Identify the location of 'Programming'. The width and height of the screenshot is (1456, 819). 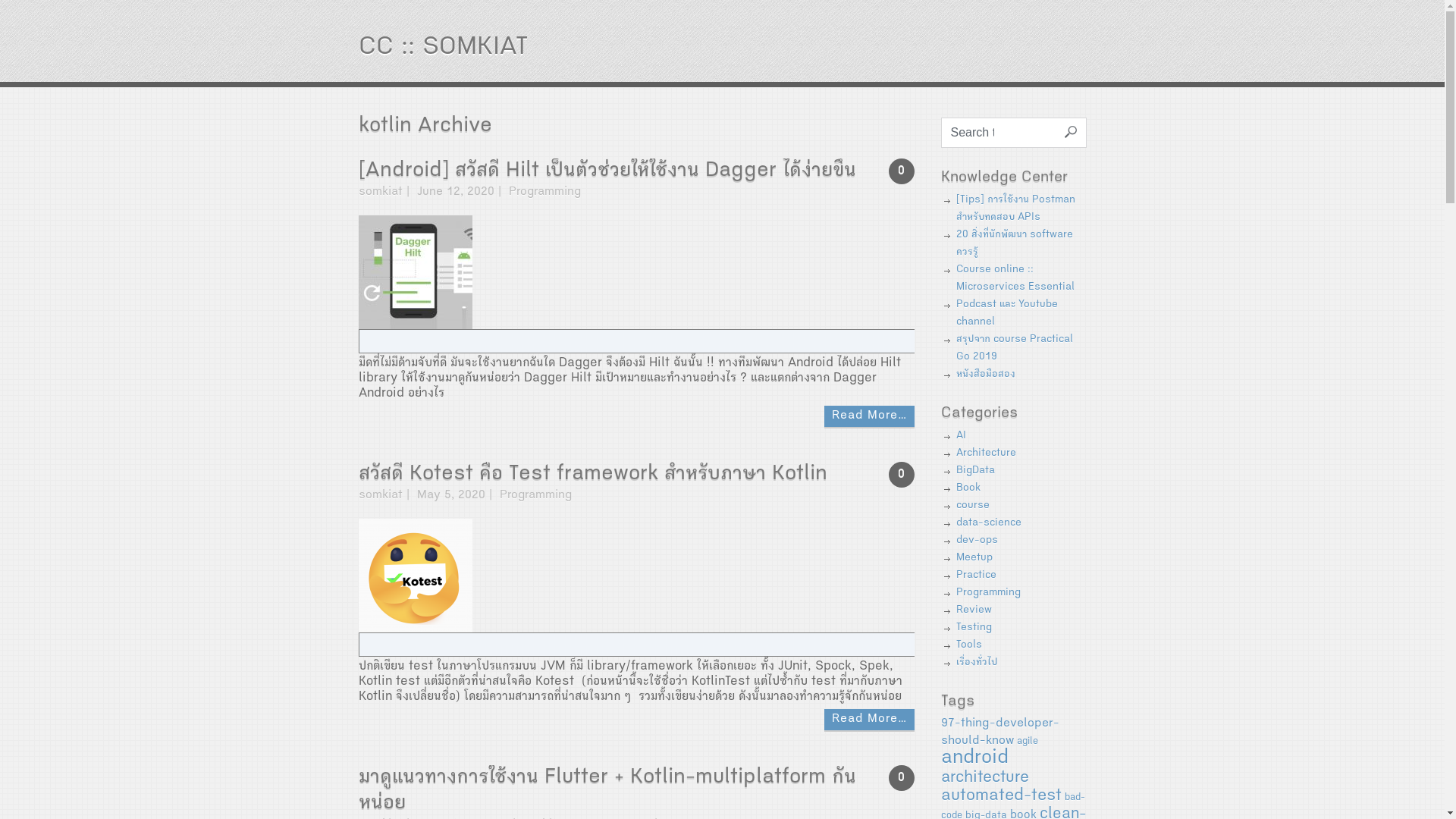
(987, 592).